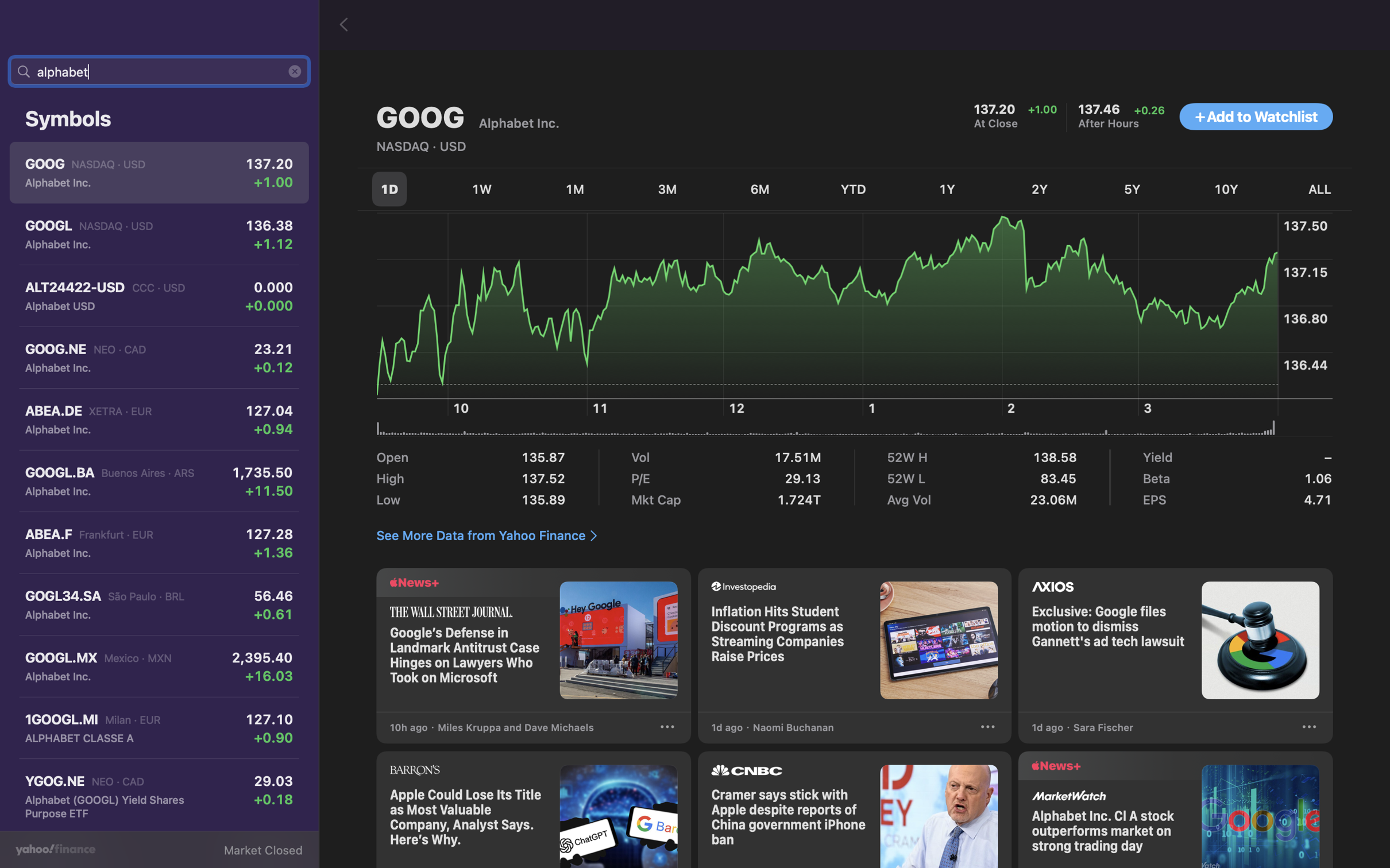 This screenshot has height=868, width=1390. What do you see at coordinates (1256, 117) in the screenshot?
I see `Insert numerous stocks to your monitoring list` at bounding box center [1256, 117].